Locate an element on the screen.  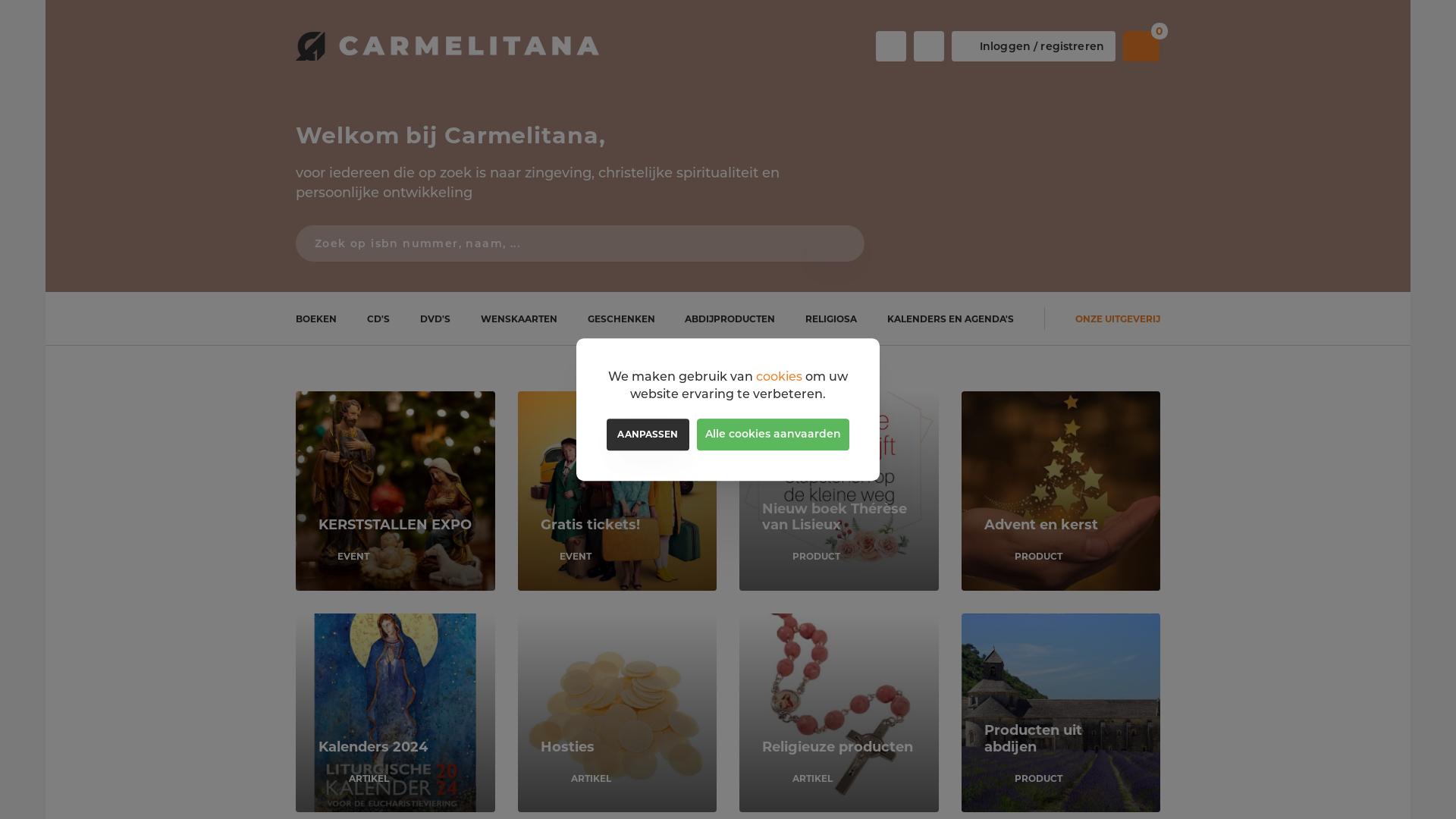
'Advent en kerst is located at coordinates (1060, 491).